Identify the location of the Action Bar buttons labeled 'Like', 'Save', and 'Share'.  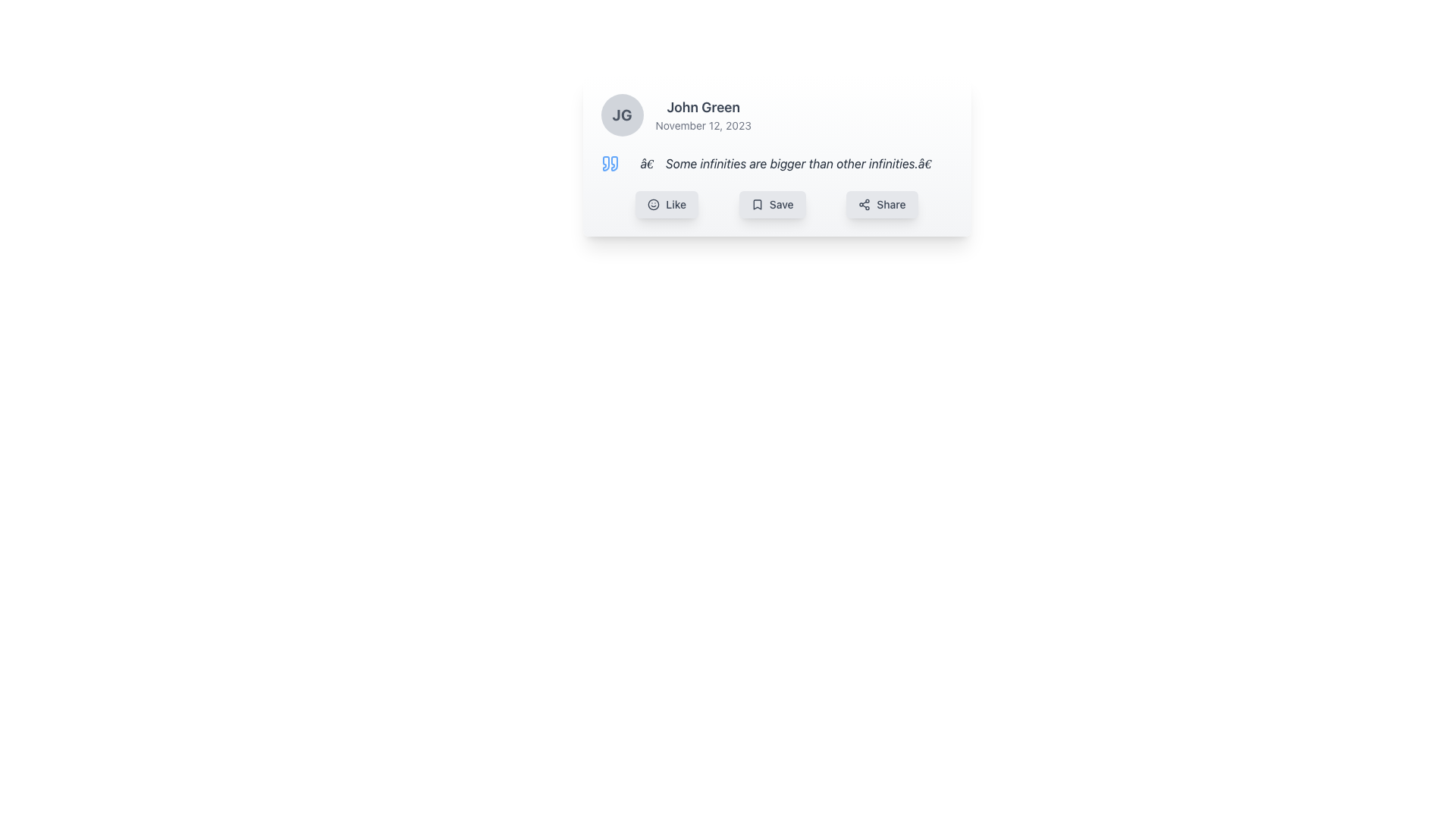
(777, 205).